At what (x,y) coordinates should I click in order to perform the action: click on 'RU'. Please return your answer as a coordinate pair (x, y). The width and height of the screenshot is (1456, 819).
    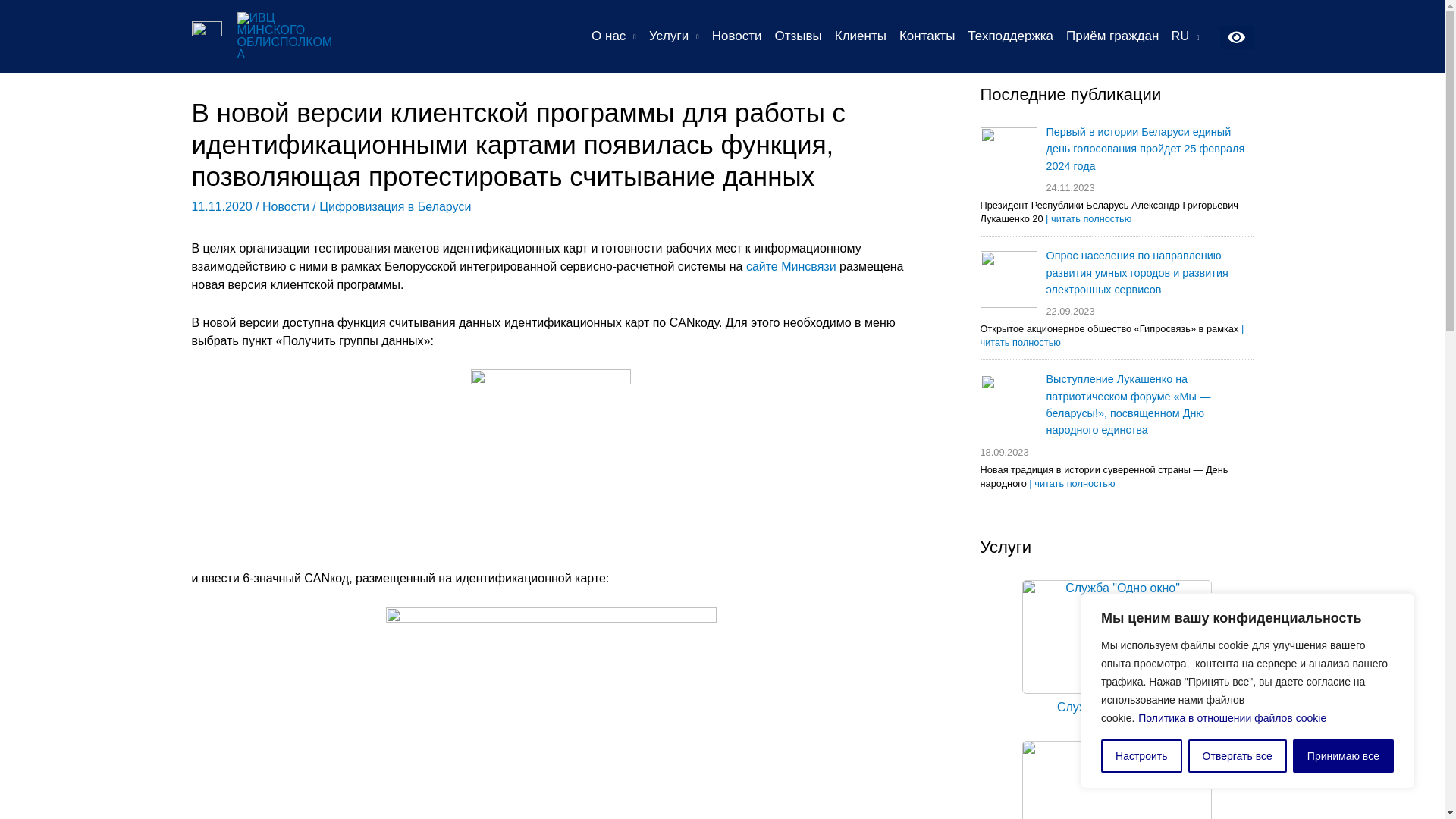
    Looking at the image, I should click on (1185, 35).